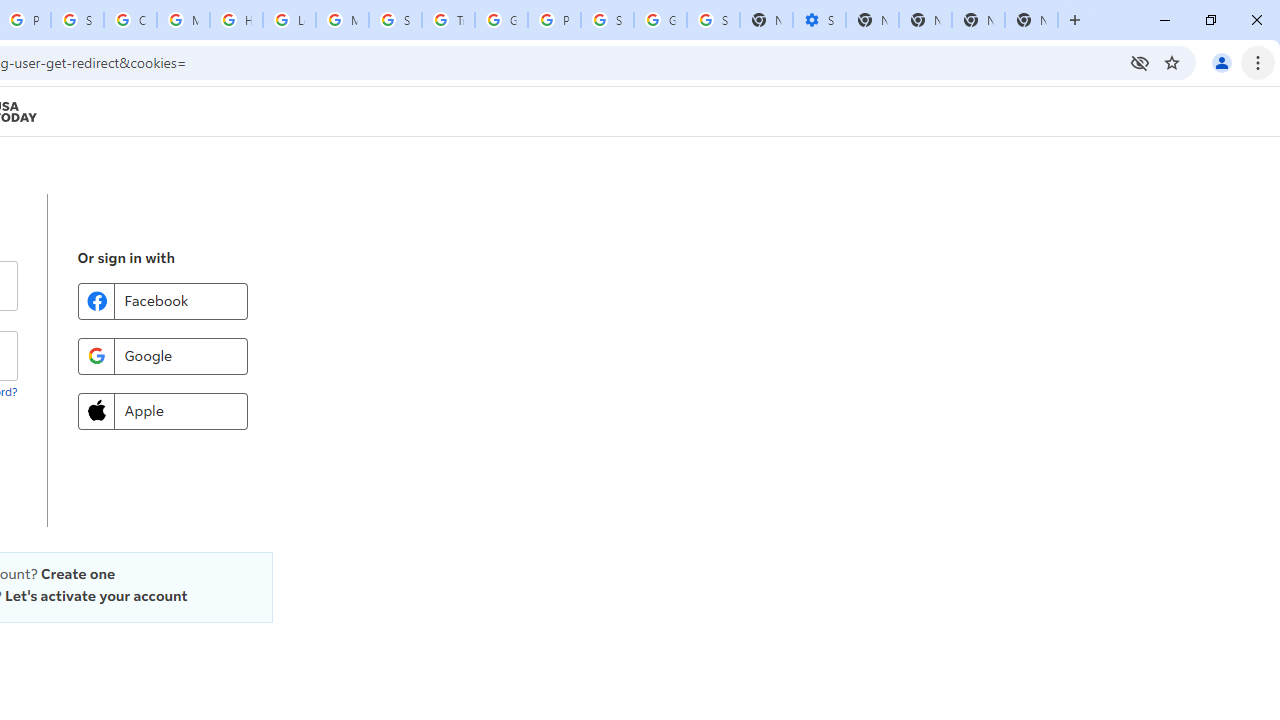 This screenshot has width=1280, height=720. What do you see at coordinates (162, 300) in the screenshot?
I see `'Facebook'` at bounding box center [162, 300].